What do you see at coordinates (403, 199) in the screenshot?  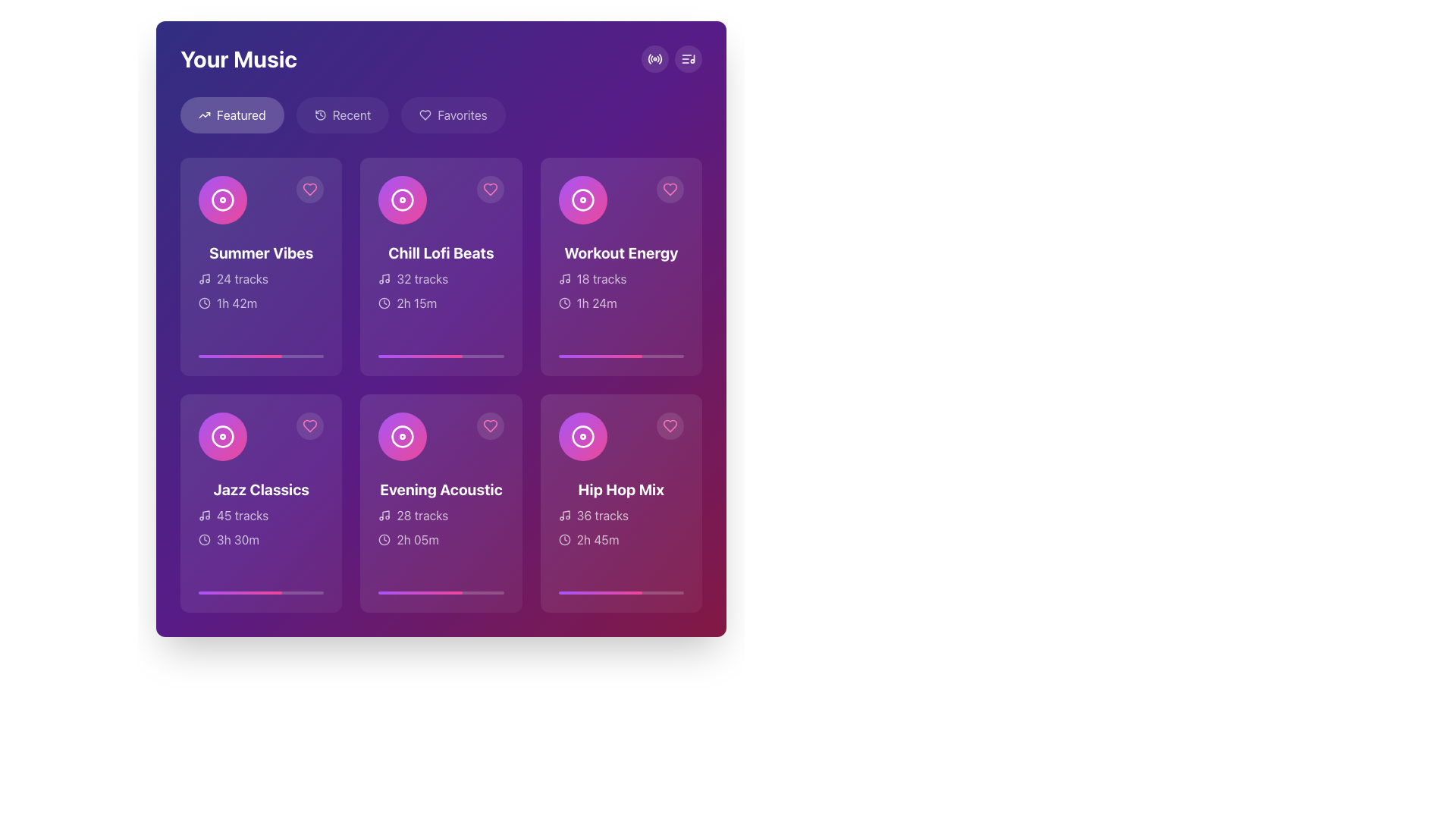 I see `the circular graphic element in the center of the 'Chill Lofi Beats' music playlist card` at bounding box center [403, 199].